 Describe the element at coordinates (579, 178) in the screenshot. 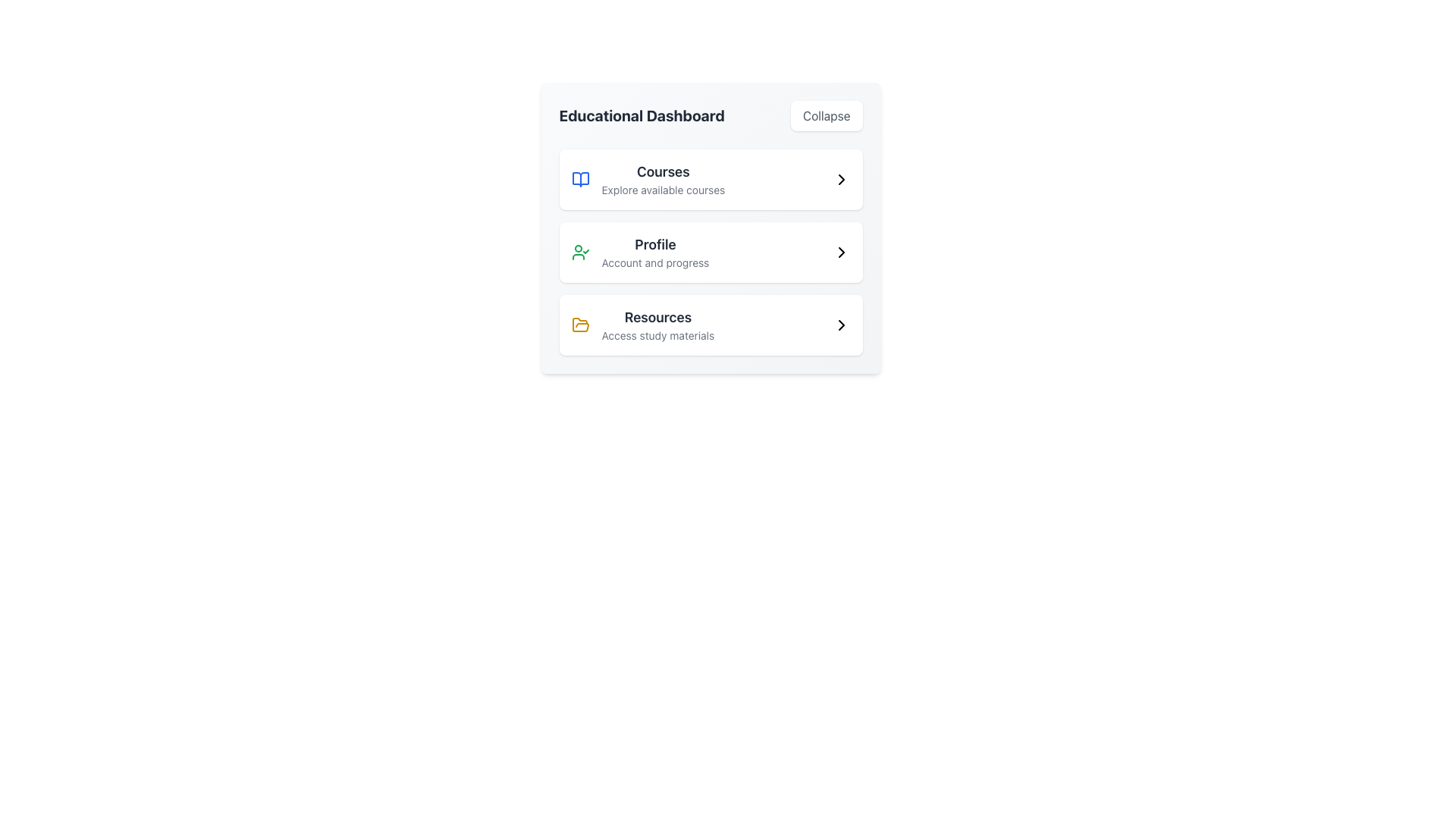

I see `the 'Courses' icon located in the top-left corner of the educational dashboard` at that location.